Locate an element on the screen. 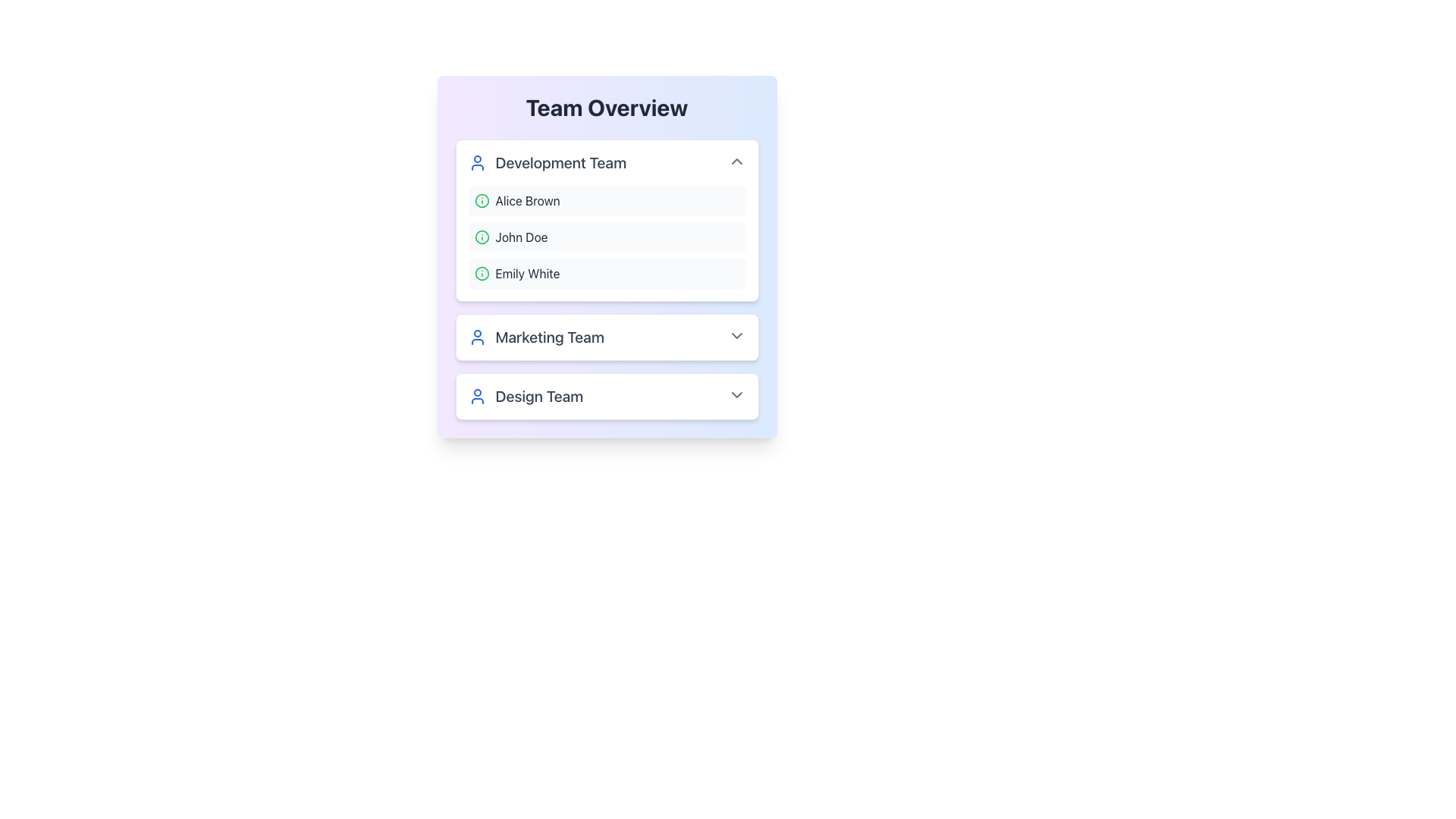  the list item representing 'Alice Brown' is located at coordinates (607, 200).